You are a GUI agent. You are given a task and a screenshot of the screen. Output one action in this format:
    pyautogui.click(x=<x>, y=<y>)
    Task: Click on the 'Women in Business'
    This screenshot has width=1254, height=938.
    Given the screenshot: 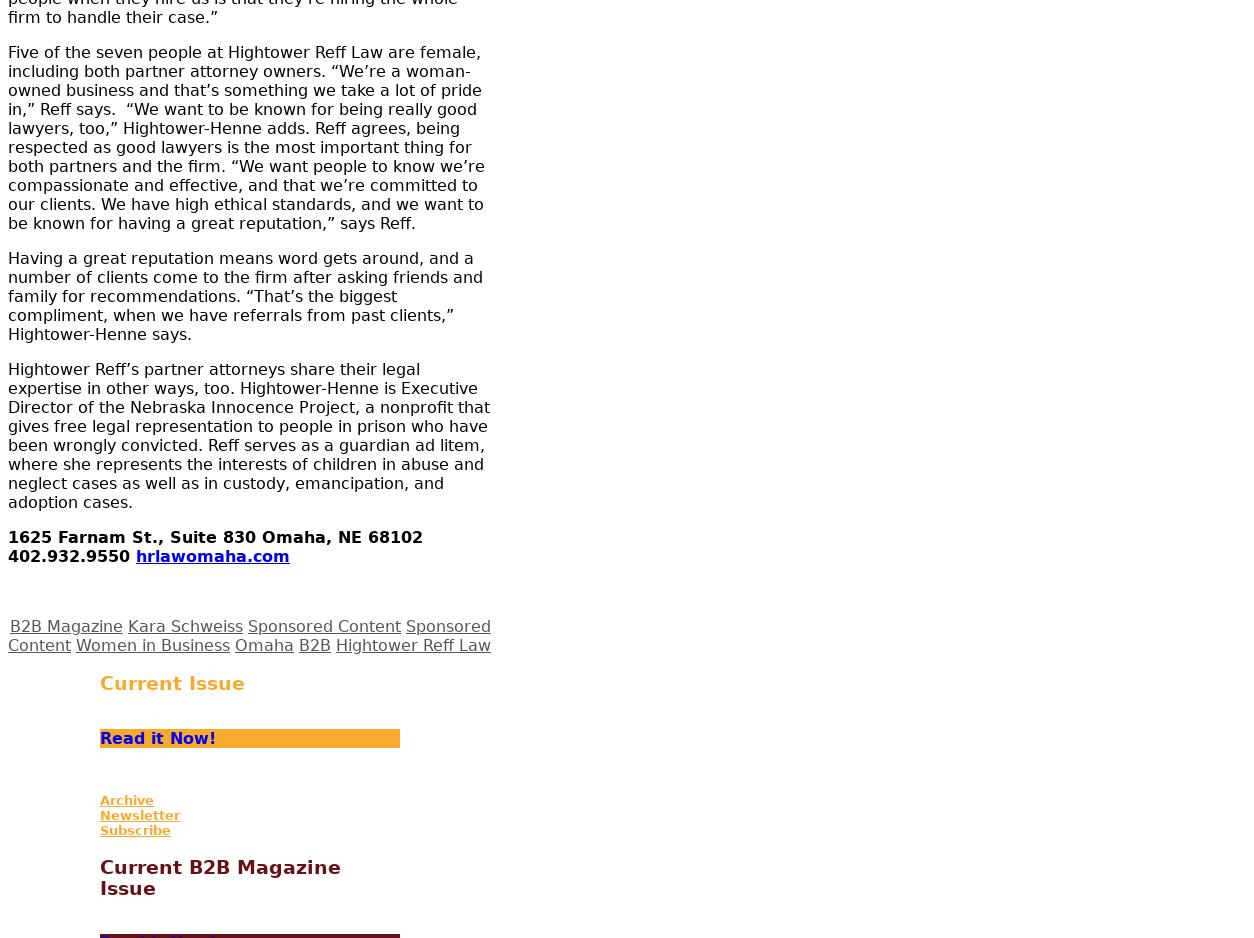 What is the action you would take?
    pyautogui.click(x=75, y=643)
    